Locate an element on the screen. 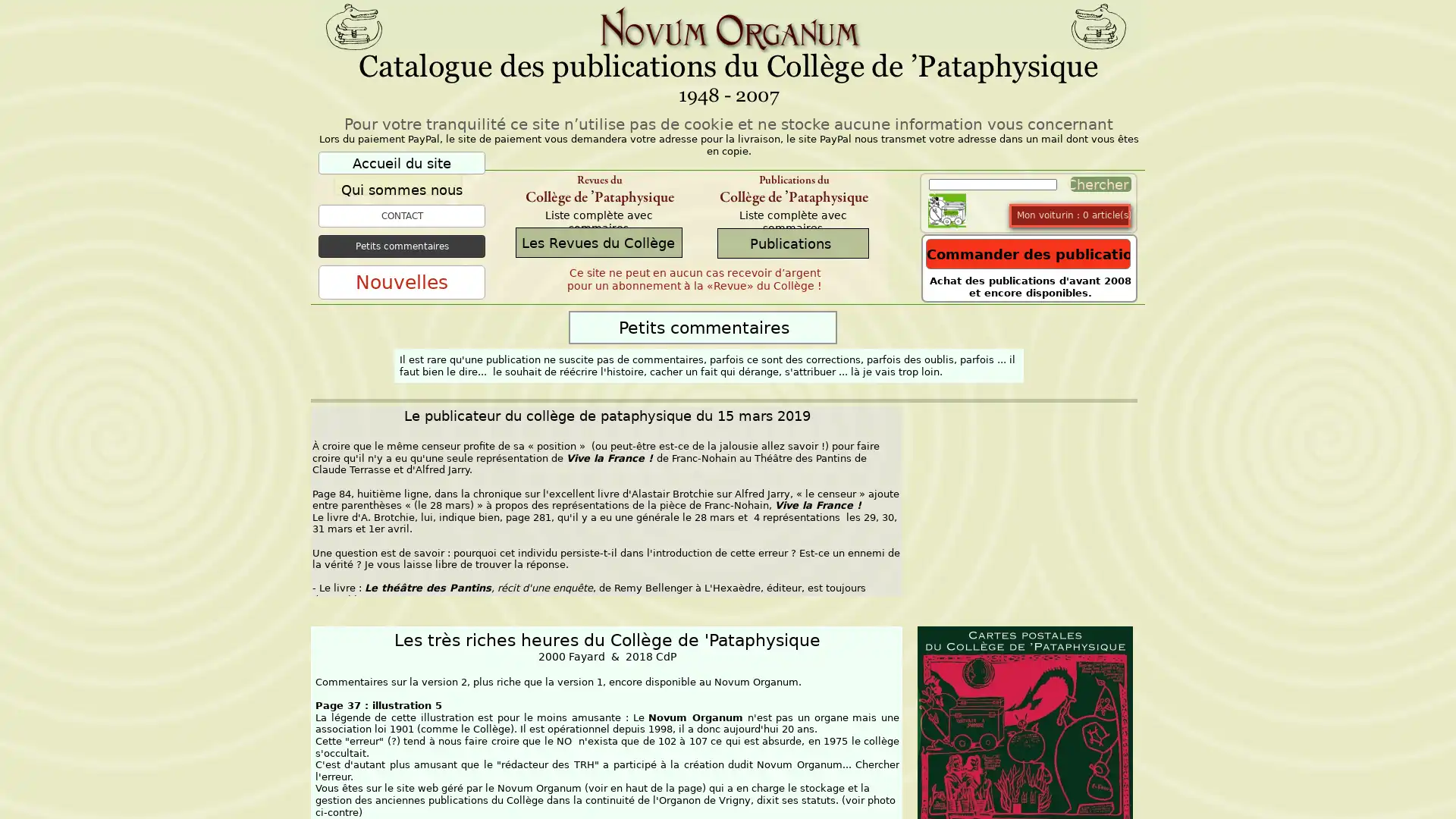  Petits commentaires is located at coordinates (401, 245).